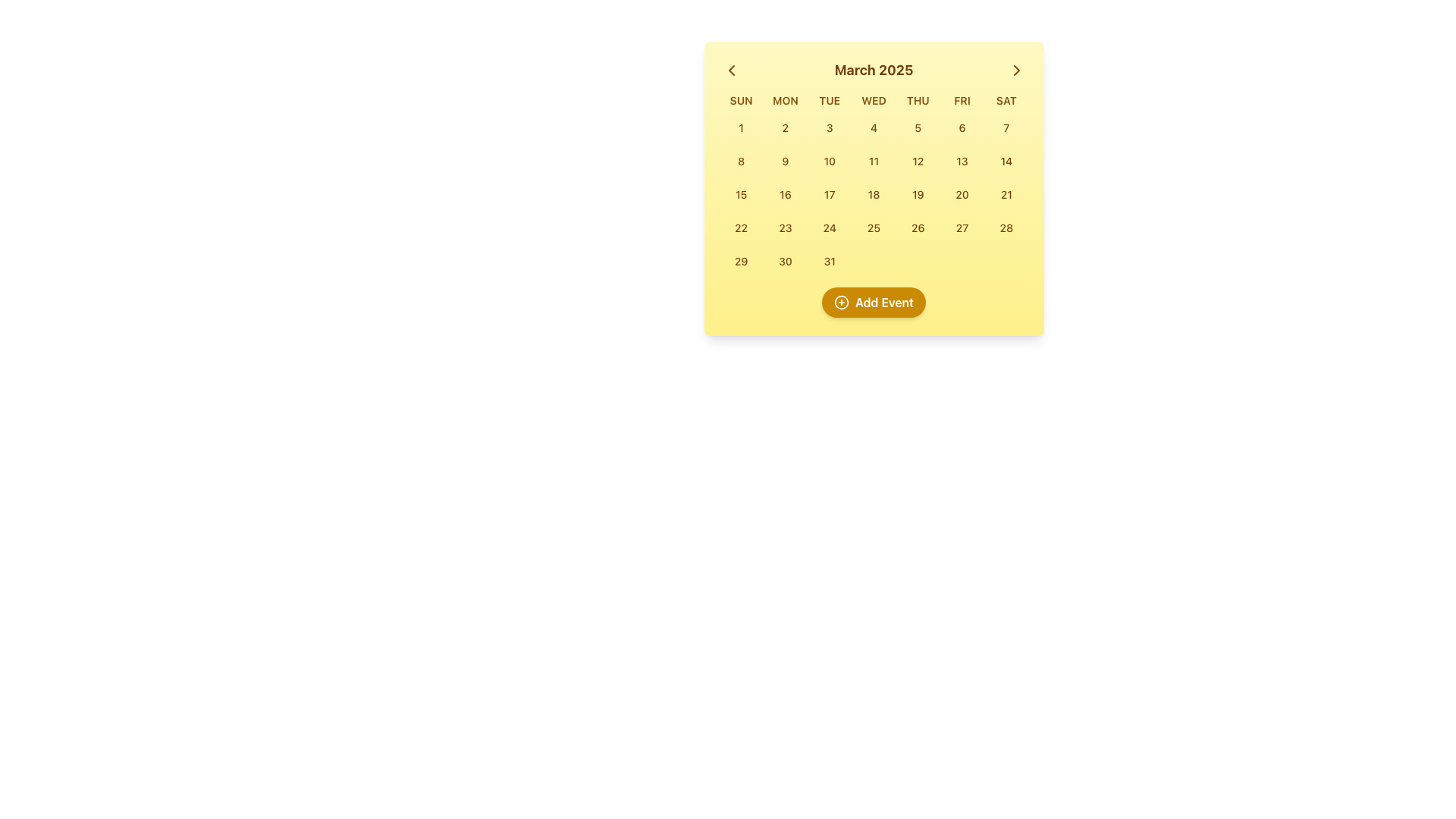 This screenshot has height=819, width=1456. Describe the element at coordinates (962, 127) in the screenshot. I see `the date '6' in the March 2025 calendar, located in the first week under the 'FRI' column` at that location.